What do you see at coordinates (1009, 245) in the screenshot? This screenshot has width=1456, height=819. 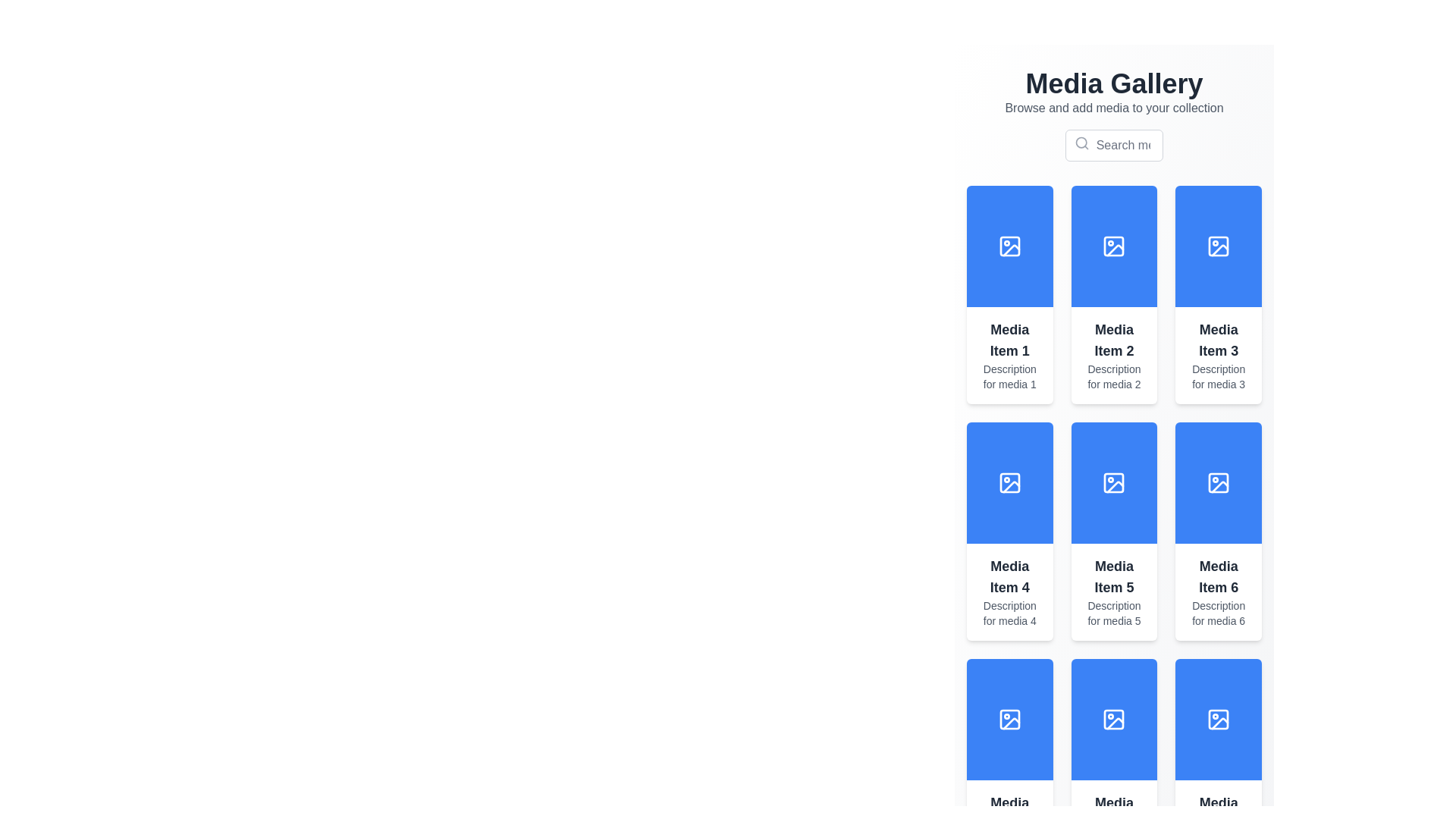 I see `the icon resembling a picture or gallery symbol located at the top-center of the blue card labeled 'Media Item 1' in the media gallery grid` at bounding box center [1009, 245].